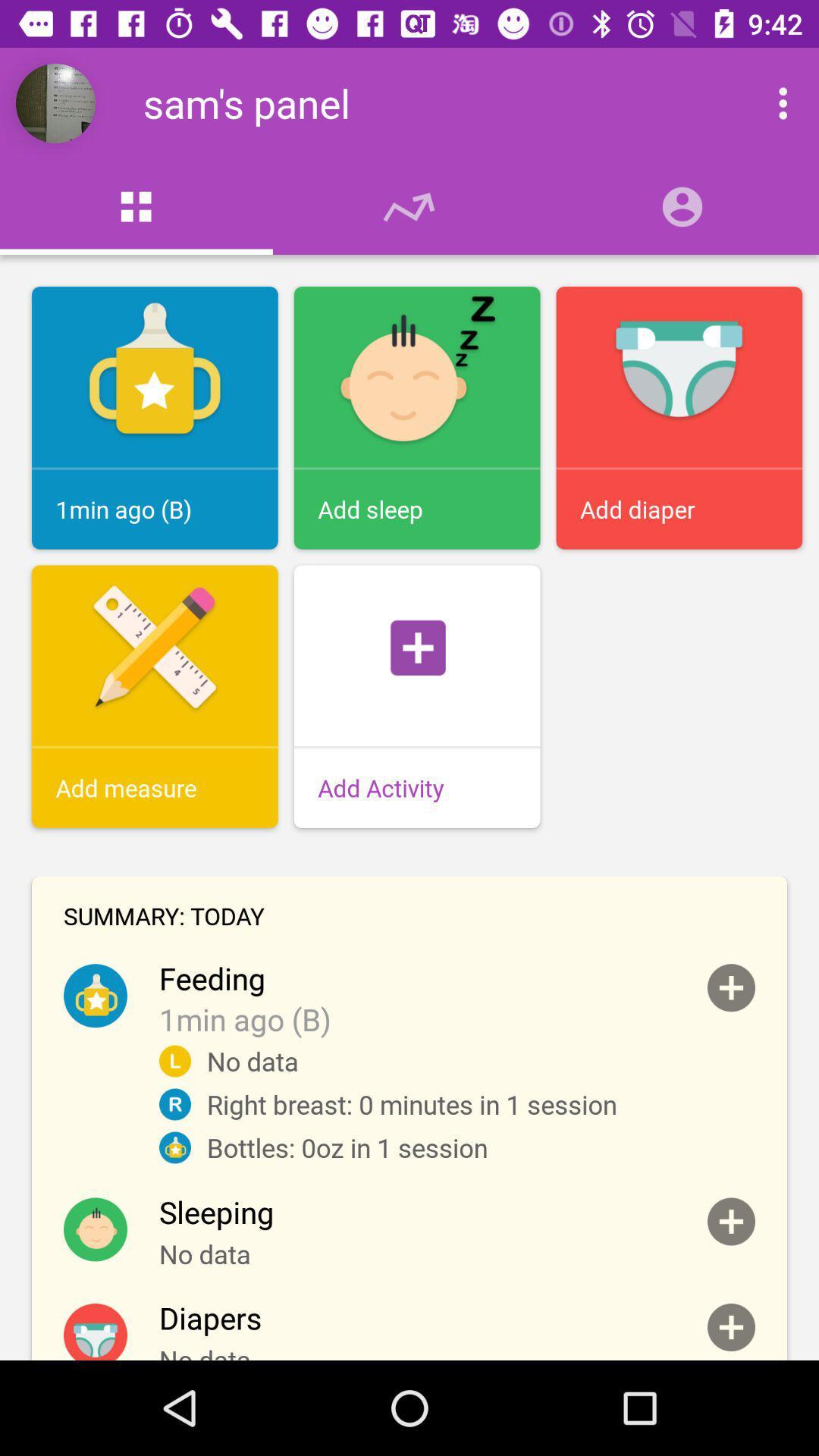 The image size is (819, 1456). I want to click on the more icon, so click(767, 102).